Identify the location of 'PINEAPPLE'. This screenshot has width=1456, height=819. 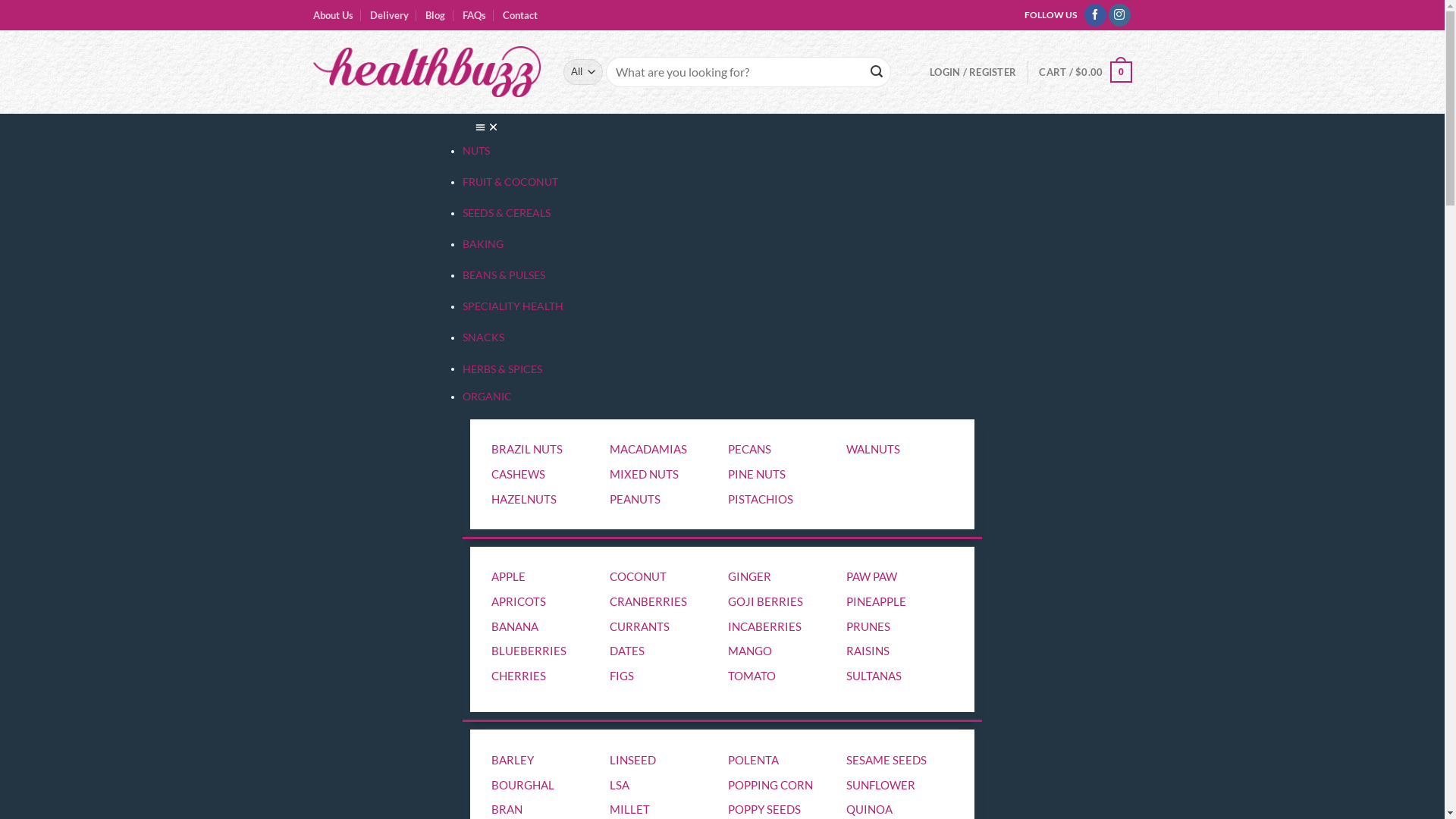
(876, 601).